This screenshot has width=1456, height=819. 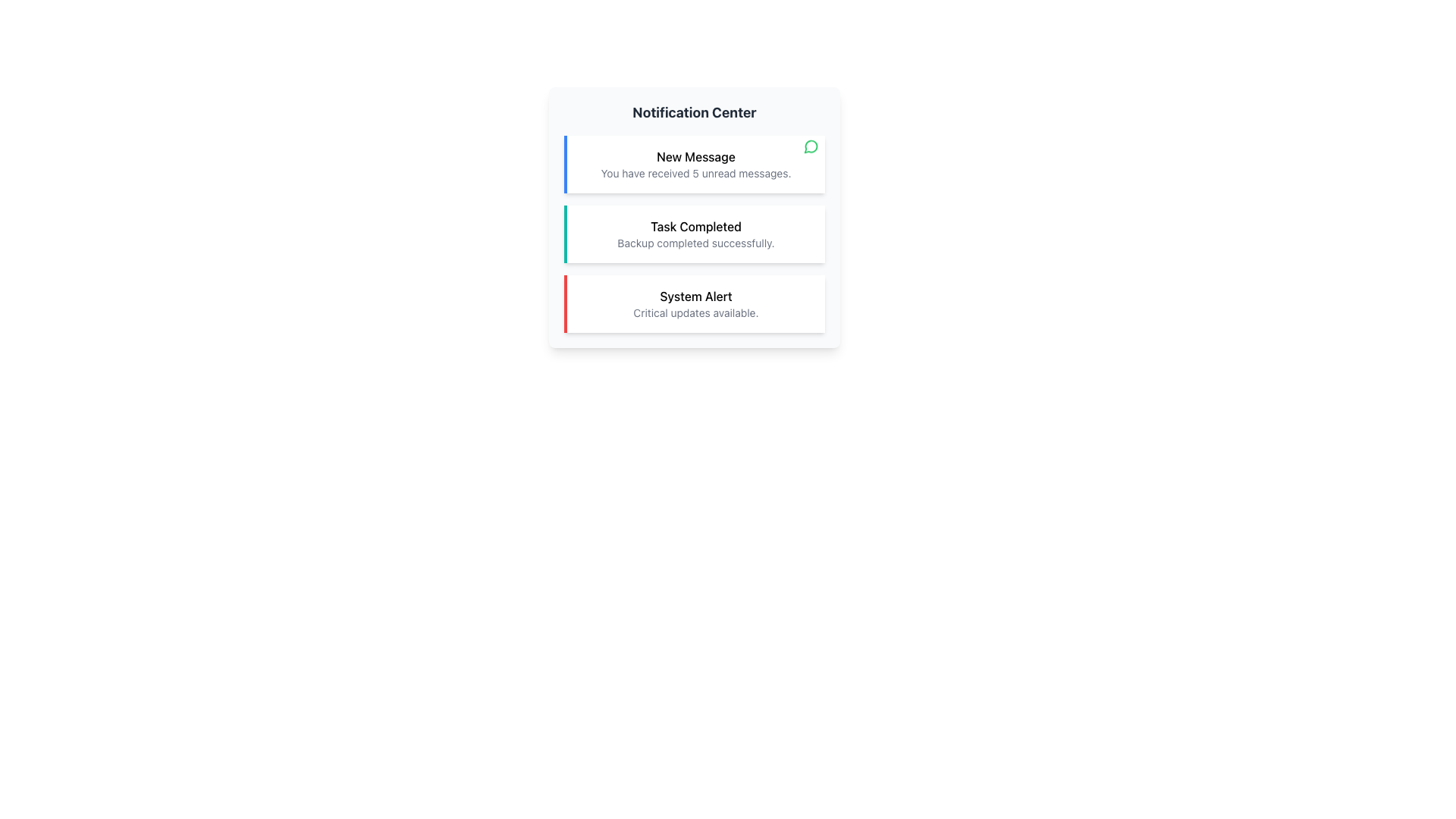 What do you see at coordinates (695, 227) in the screenshot?
I see `the content of the Text Label that serves as the title for the notification, located above the text 'Backup completed successfully' in the notification center interface` at bounding box center [695, 227].